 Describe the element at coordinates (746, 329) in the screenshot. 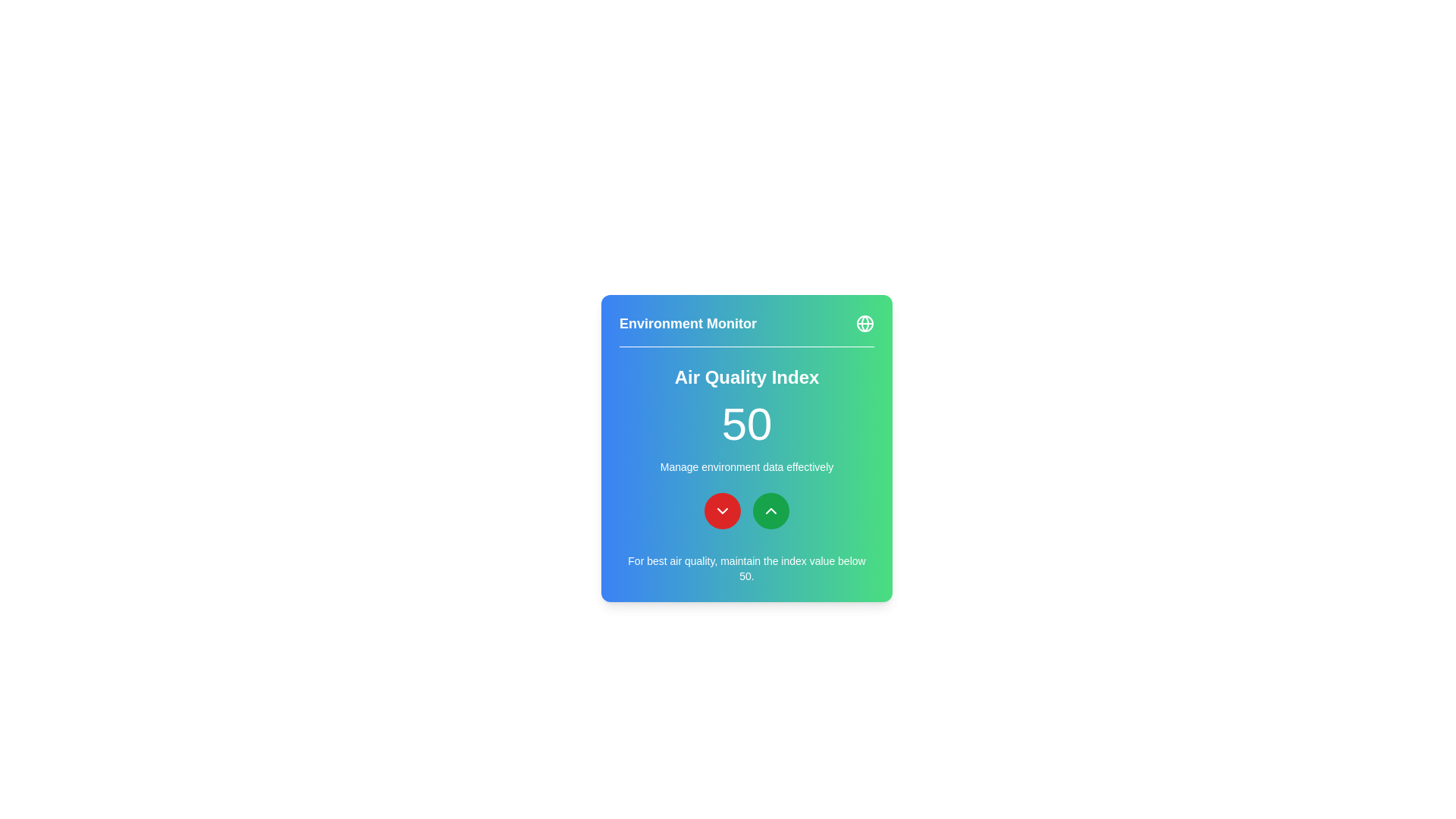

I see `text from the informational header indicating the title or category related to 'Environment Monitor', located at the top of the containing card` at that location.